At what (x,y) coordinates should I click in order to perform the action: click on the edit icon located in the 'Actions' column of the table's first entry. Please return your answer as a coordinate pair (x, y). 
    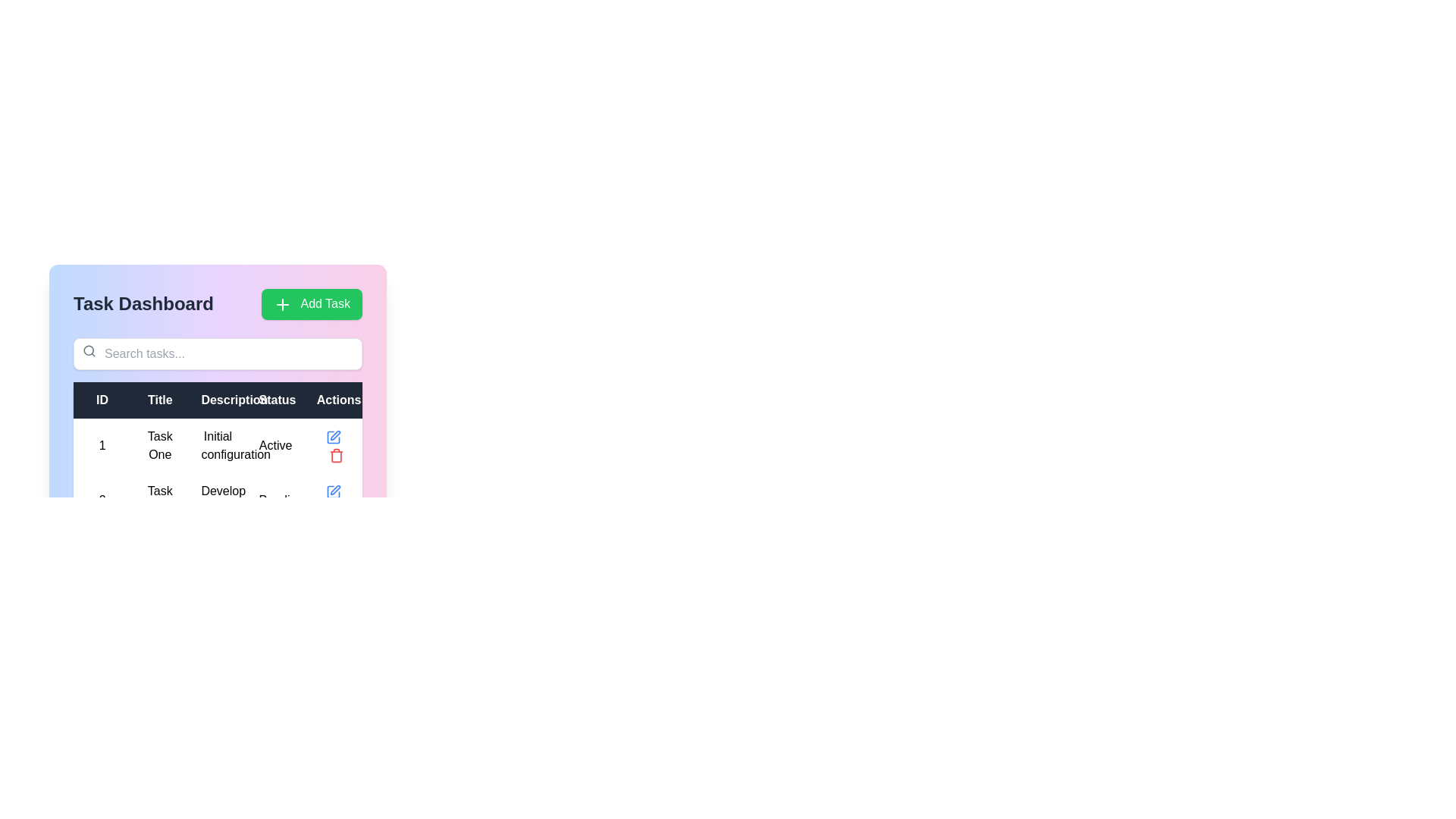
    Looking at the image, I should click on (334, 490).